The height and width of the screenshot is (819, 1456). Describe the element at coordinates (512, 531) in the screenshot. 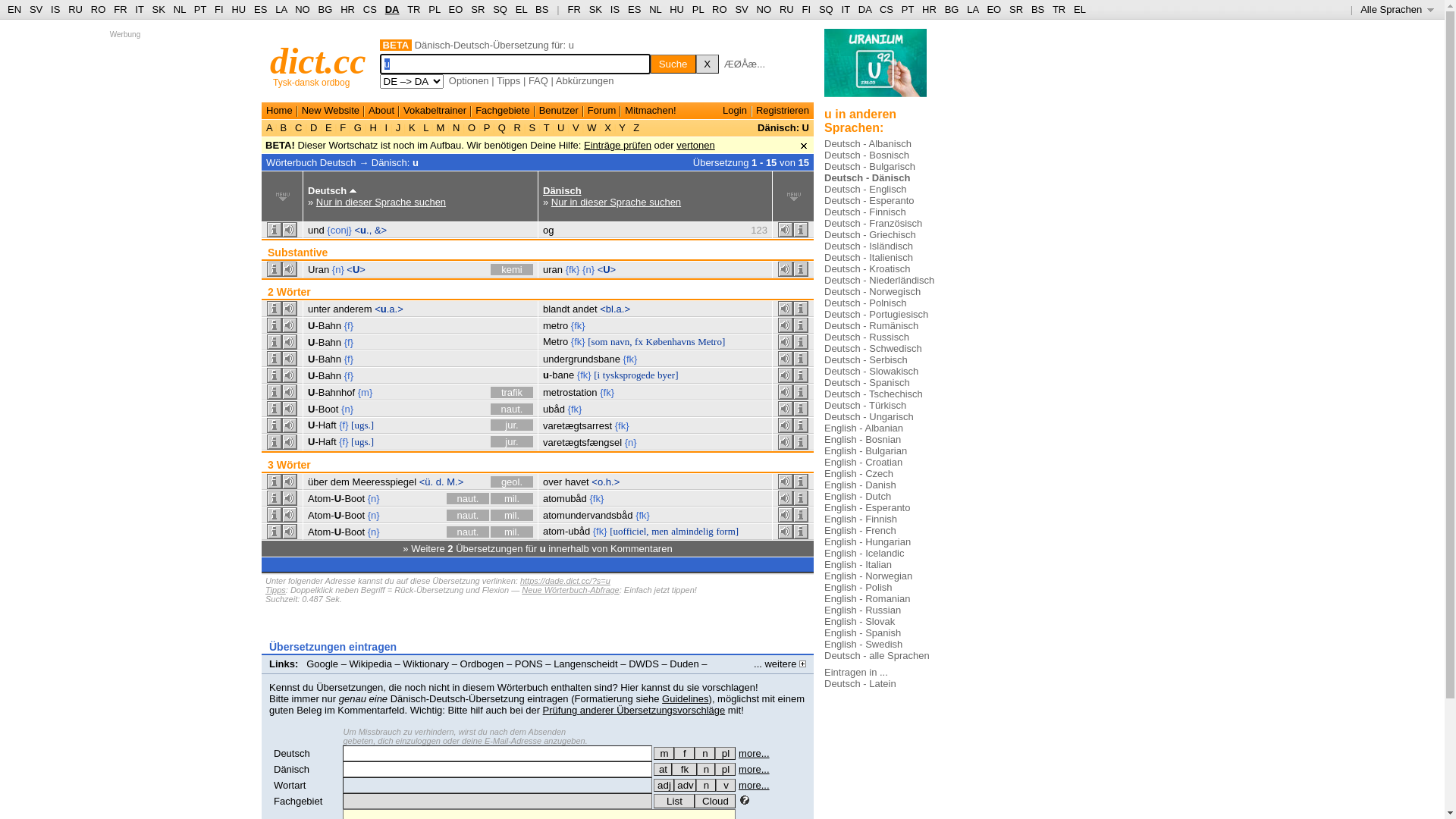

I see `'mil.'` at that location.